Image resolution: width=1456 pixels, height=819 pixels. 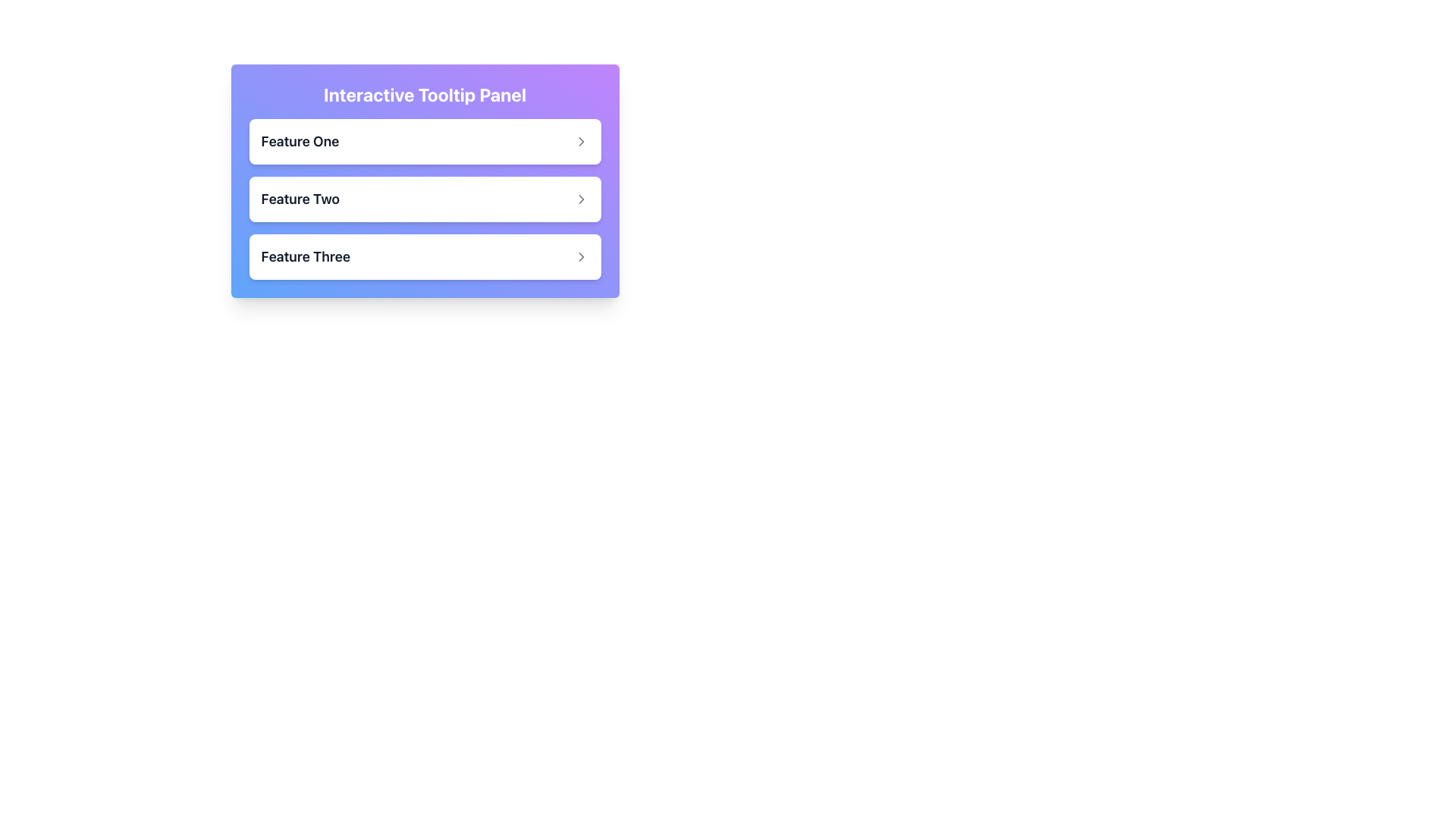 I want to click on the rightward-pointing chevron arrow icon located in the second button of the list within the tooltip panel, so click(x=580, y=198).